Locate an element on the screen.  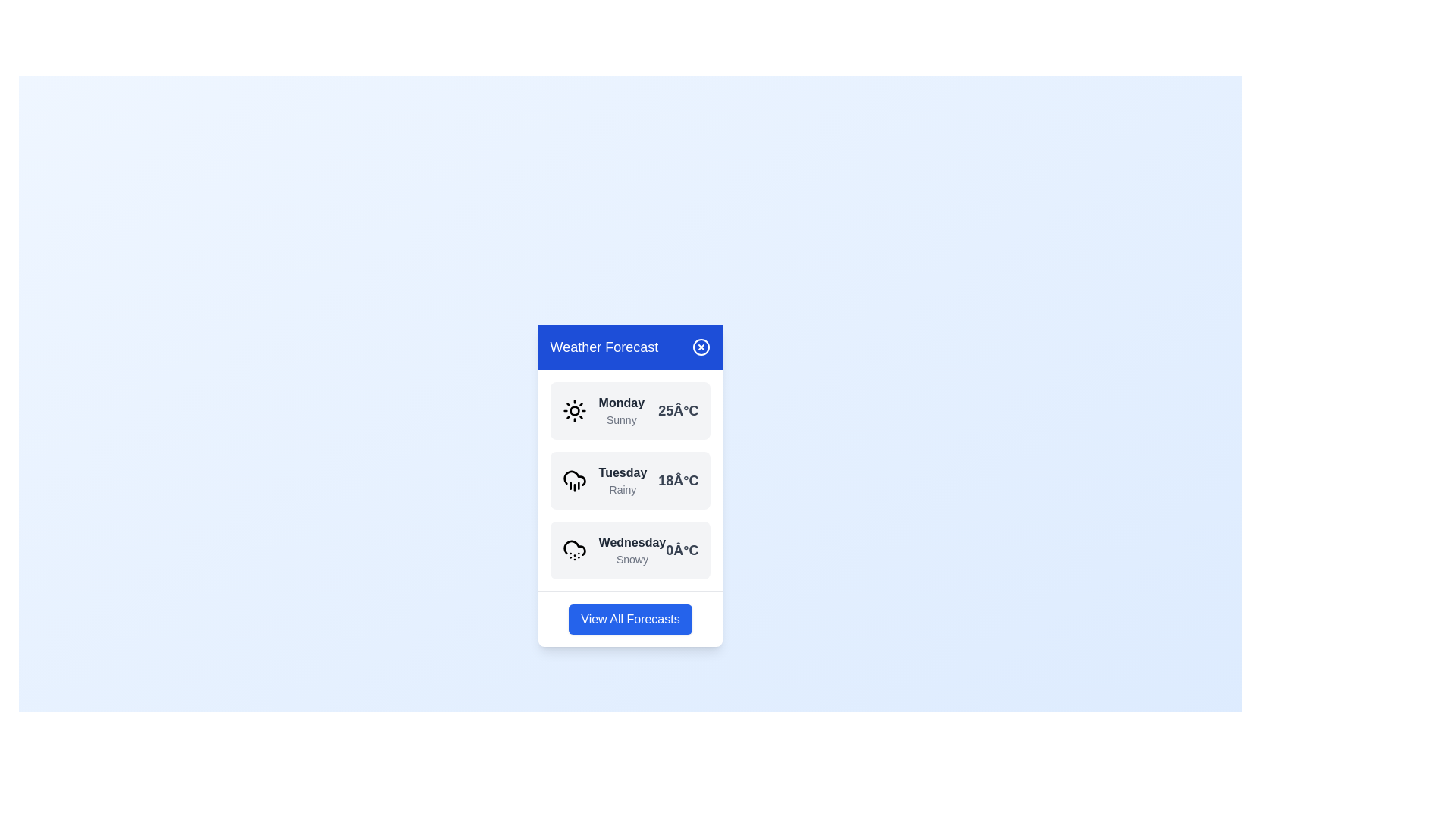
the close button to dismiss the dialog is located at coordinates (701, 347).